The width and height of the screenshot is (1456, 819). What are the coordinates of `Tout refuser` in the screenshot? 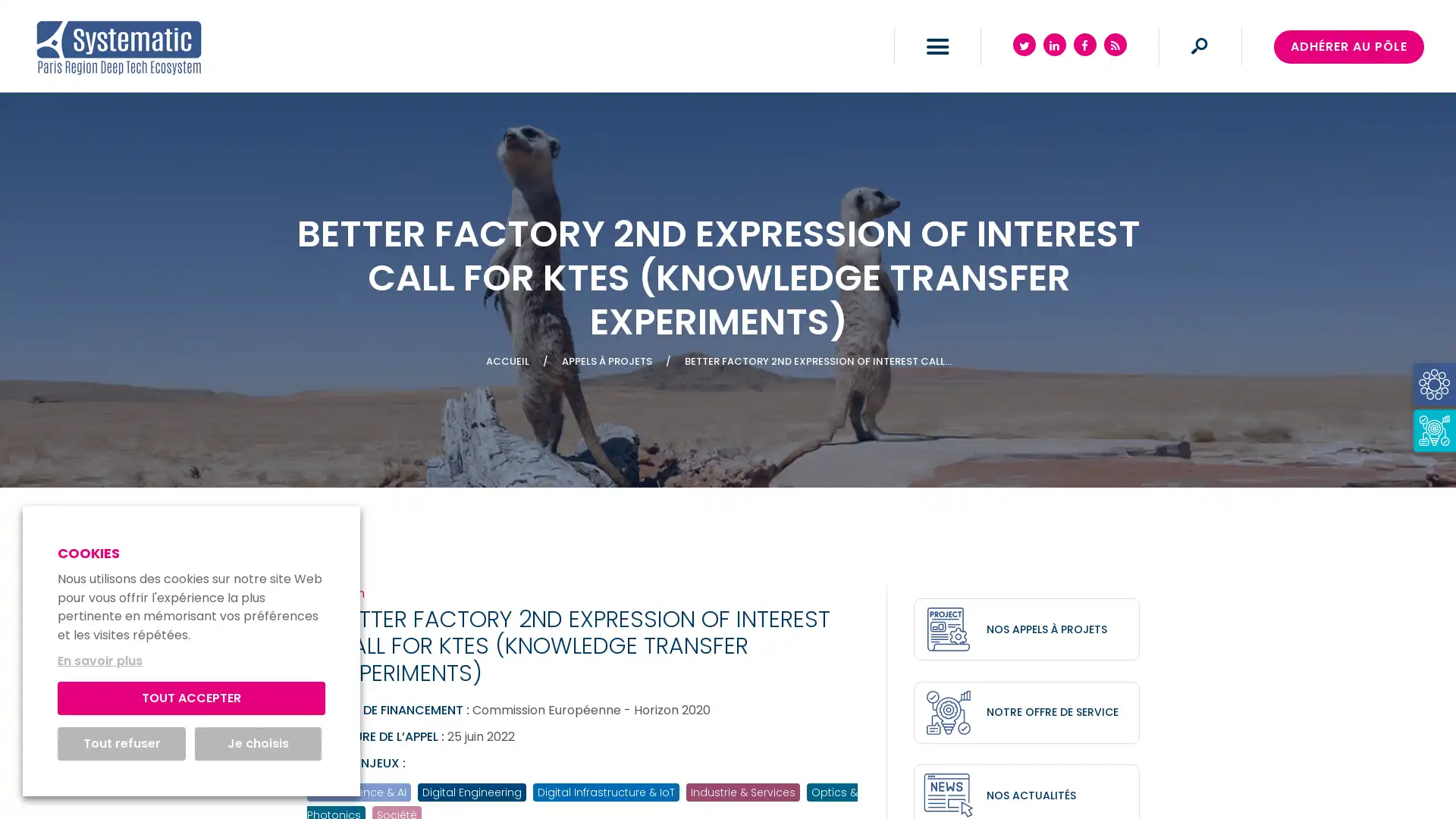 It's located at (121, 742).